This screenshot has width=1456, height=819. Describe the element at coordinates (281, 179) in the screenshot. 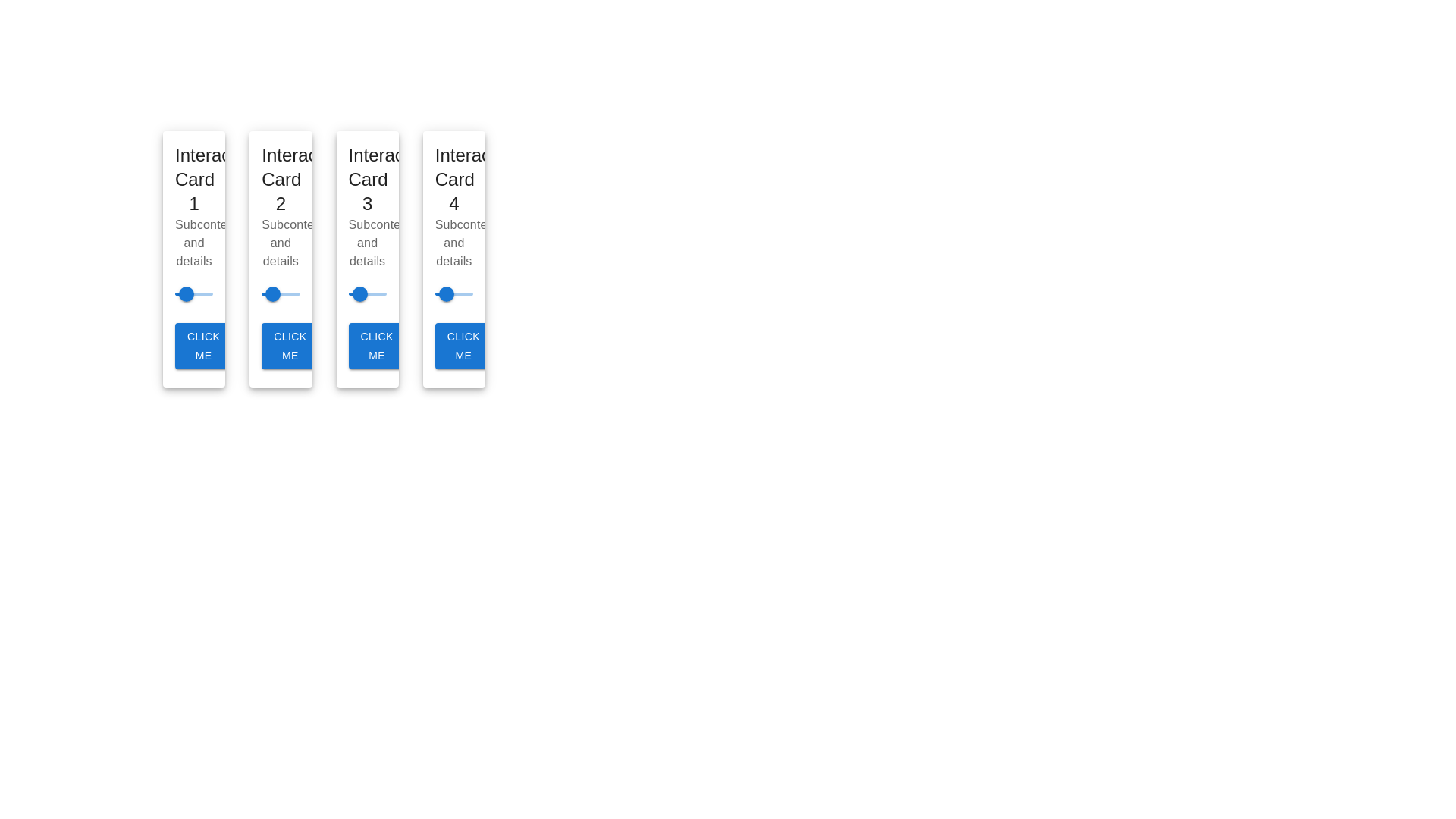

I see `the text label displaying 'Interactive Card 2', which is the main heading of the second card in a horizontal list of cards` at that location.